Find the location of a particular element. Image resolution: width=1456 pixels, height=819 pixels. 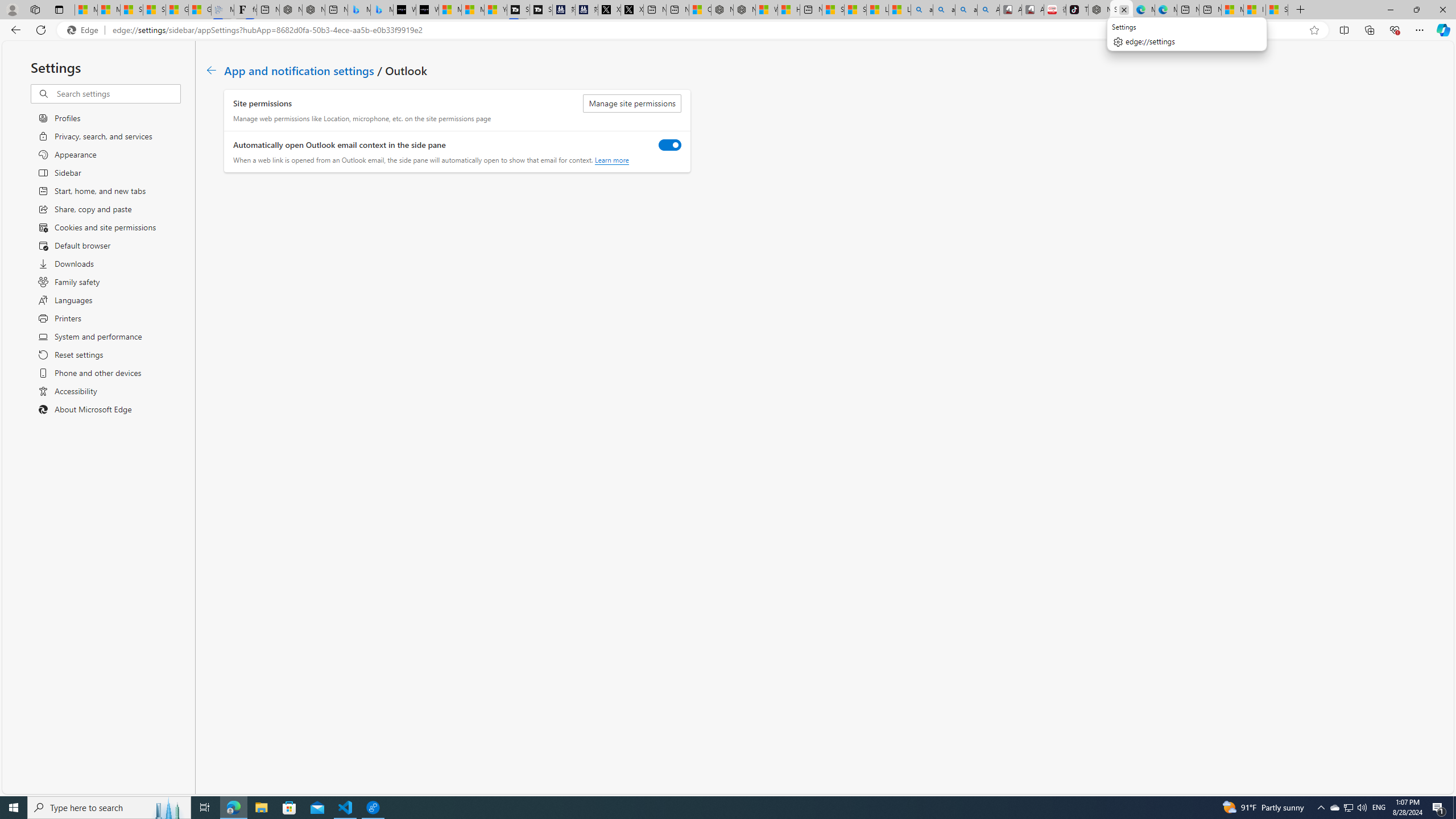

'App and notification settings' is located at coordinates (299, 69).